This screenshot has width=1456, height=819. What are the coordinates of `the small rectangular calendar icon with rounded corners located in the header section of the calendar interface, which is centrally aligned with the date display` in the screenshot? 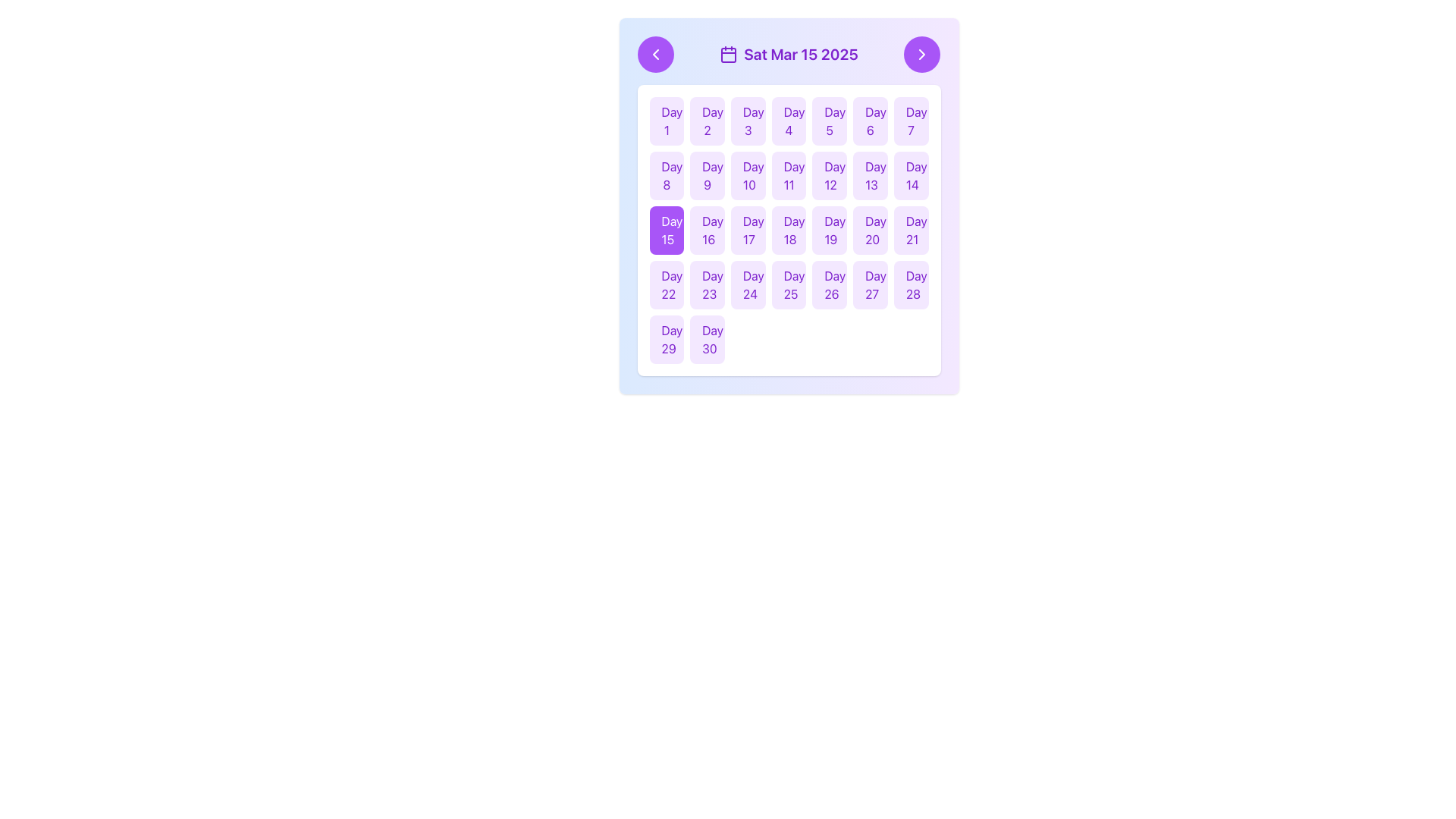 It's located at (729, 55).